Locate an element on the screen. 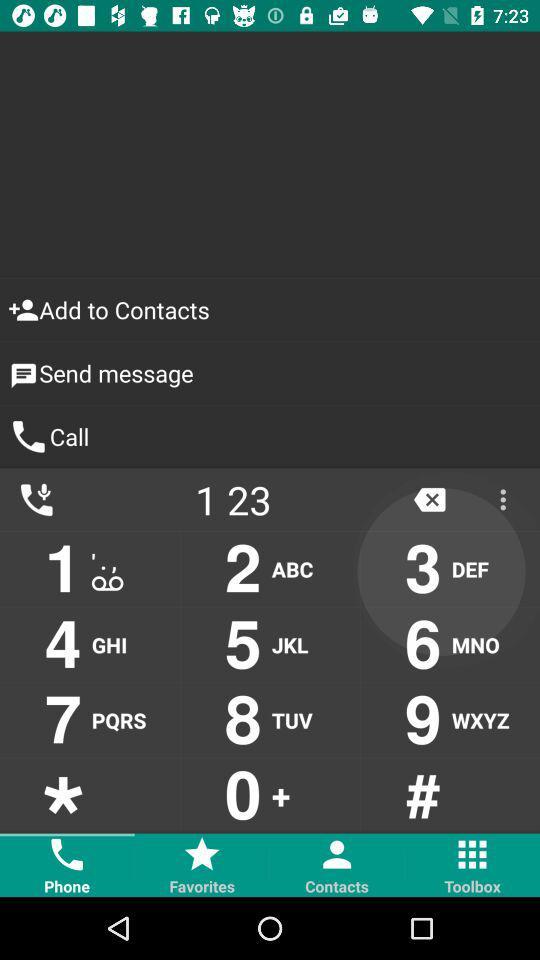  icon below call is located at coordinates (428, 498).